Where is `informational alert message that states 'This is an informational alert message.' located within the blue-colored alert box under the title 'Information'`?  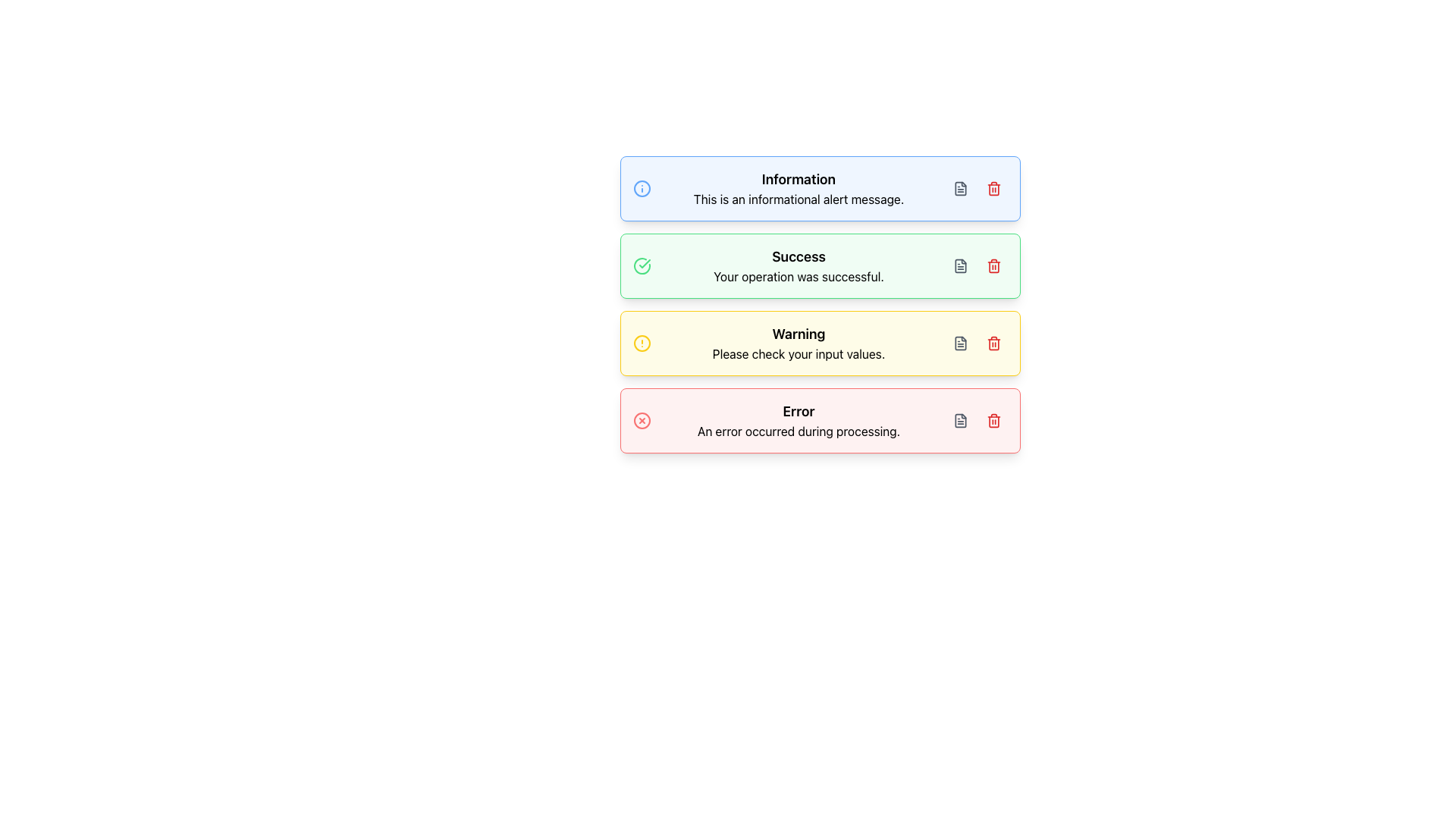
informational alert message that states 'This is an informational alert message.' located within the blue-colored alert box under the title 'Information' is located at coordinates (798, 198).